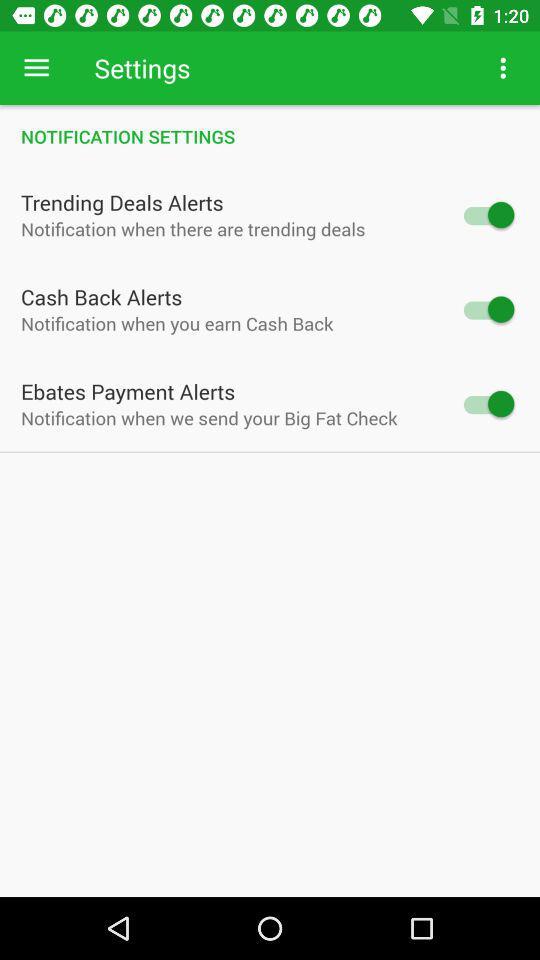  What do you see at coordinates (128, 390) in the screenshot?
I see `the item below notification when you` at bounding box center [128, 390].